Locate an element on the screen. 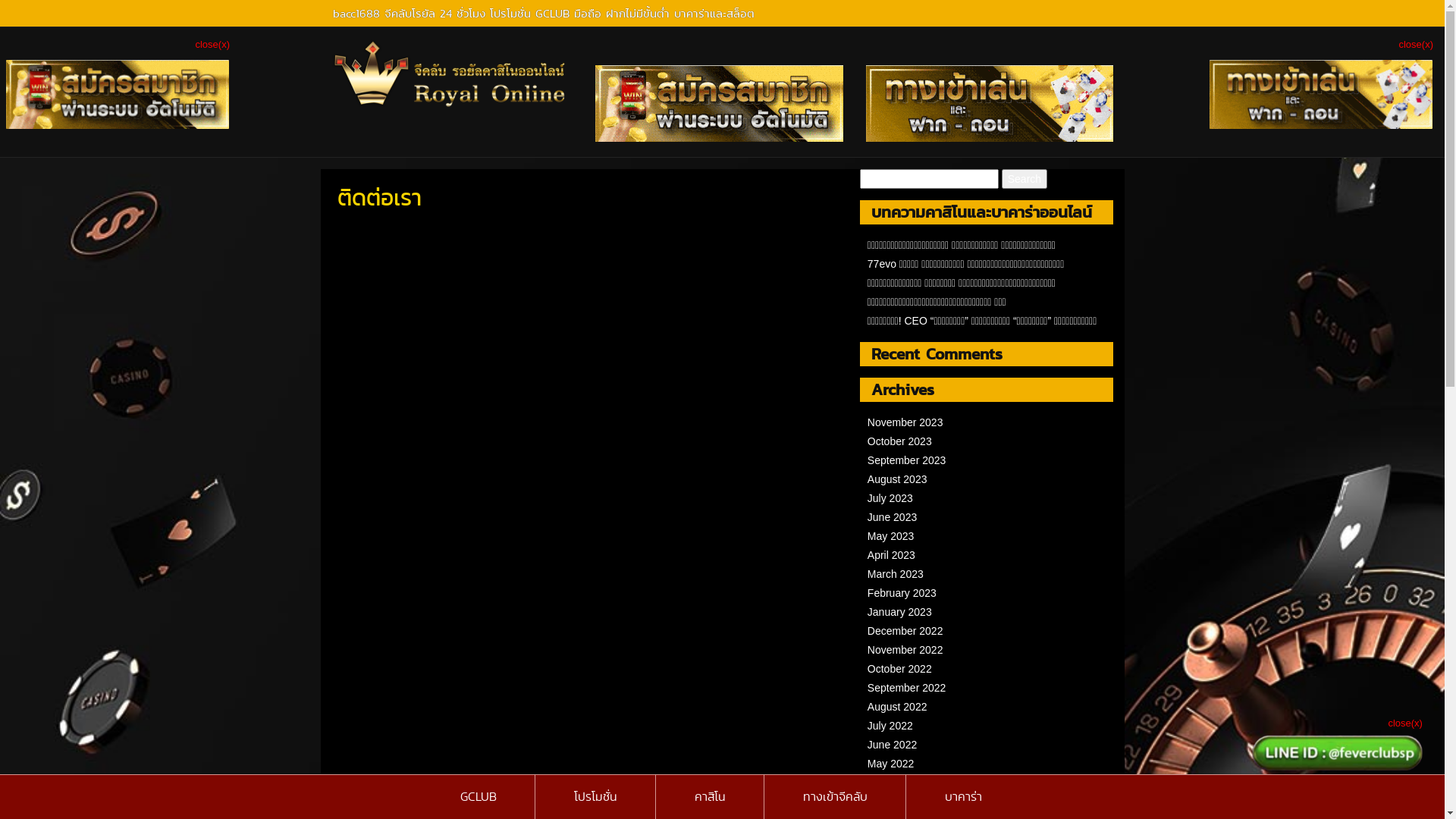 The height and width of the screenshot is (819, 1456). 'March 2023' is located at coordinates (895, 573).